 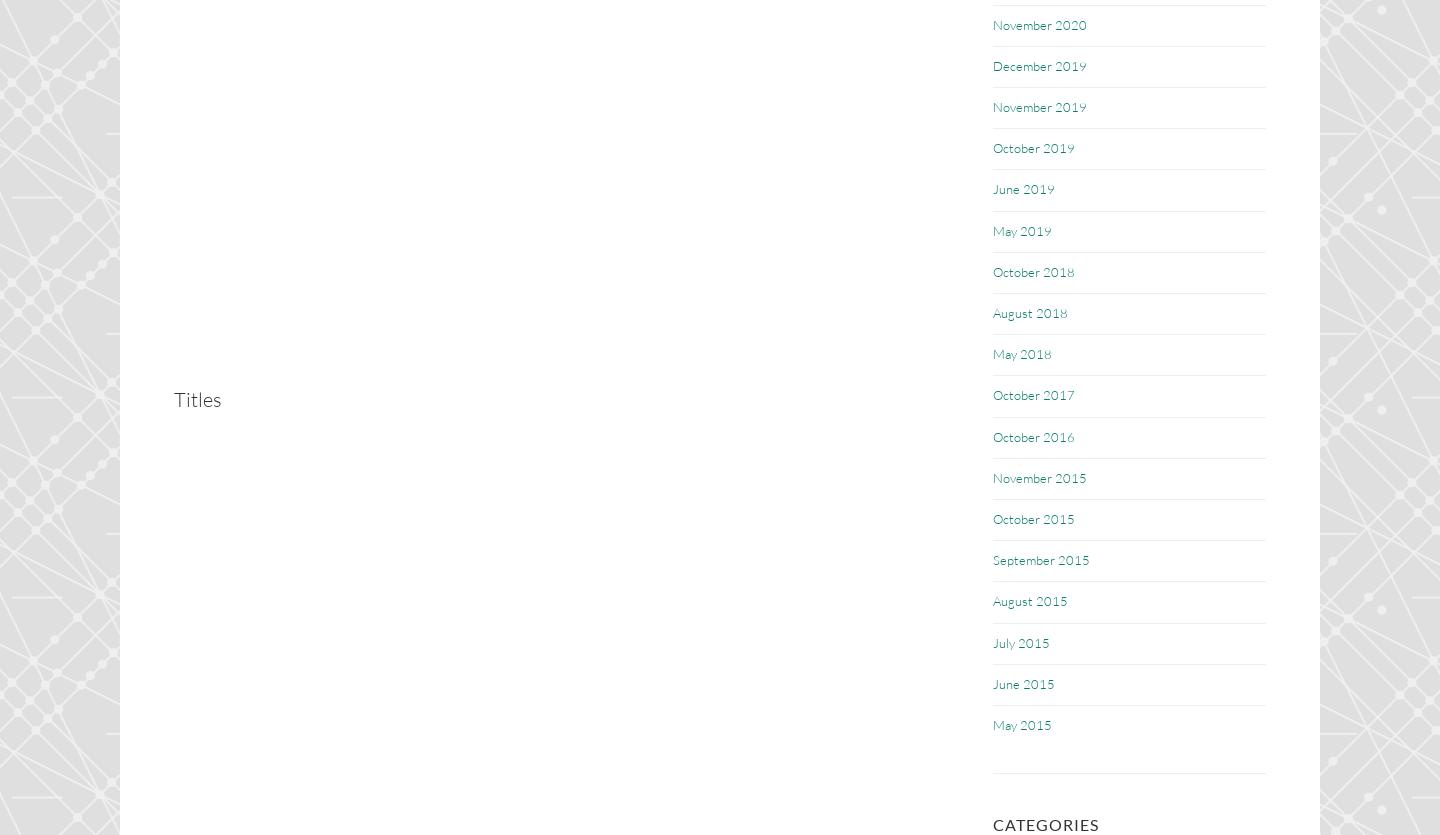 What do you see at coordinates (1022, 229) in the screenshot?
I see `'May 2019'` at bounding box center [1022, 229].